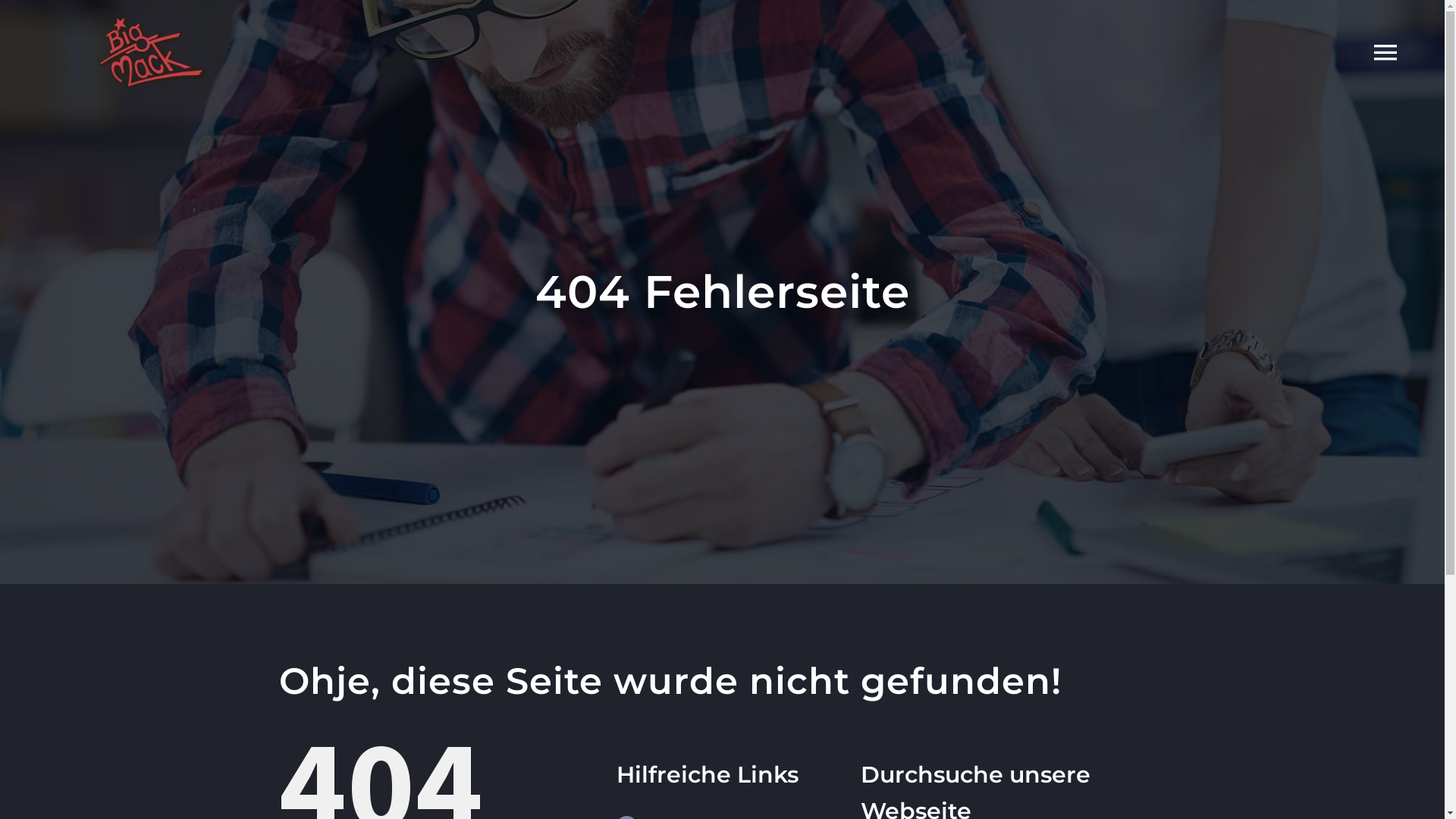  I want to click on 'BigMack_Logo_ohneSchrift', so click(152, 51).